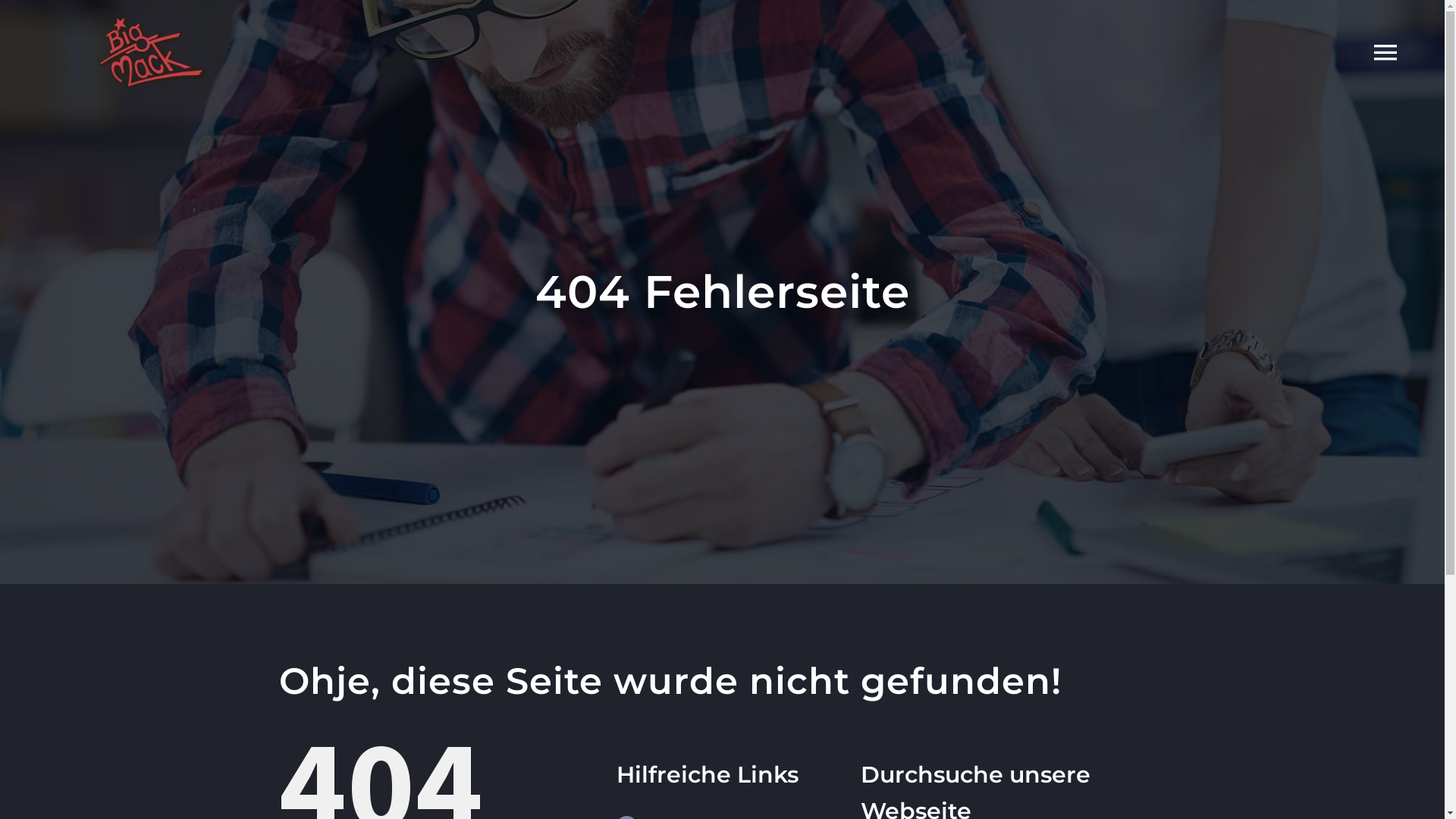  I want to click on 'BigMack_Logo_ohneSchrift', so click(152, 51).